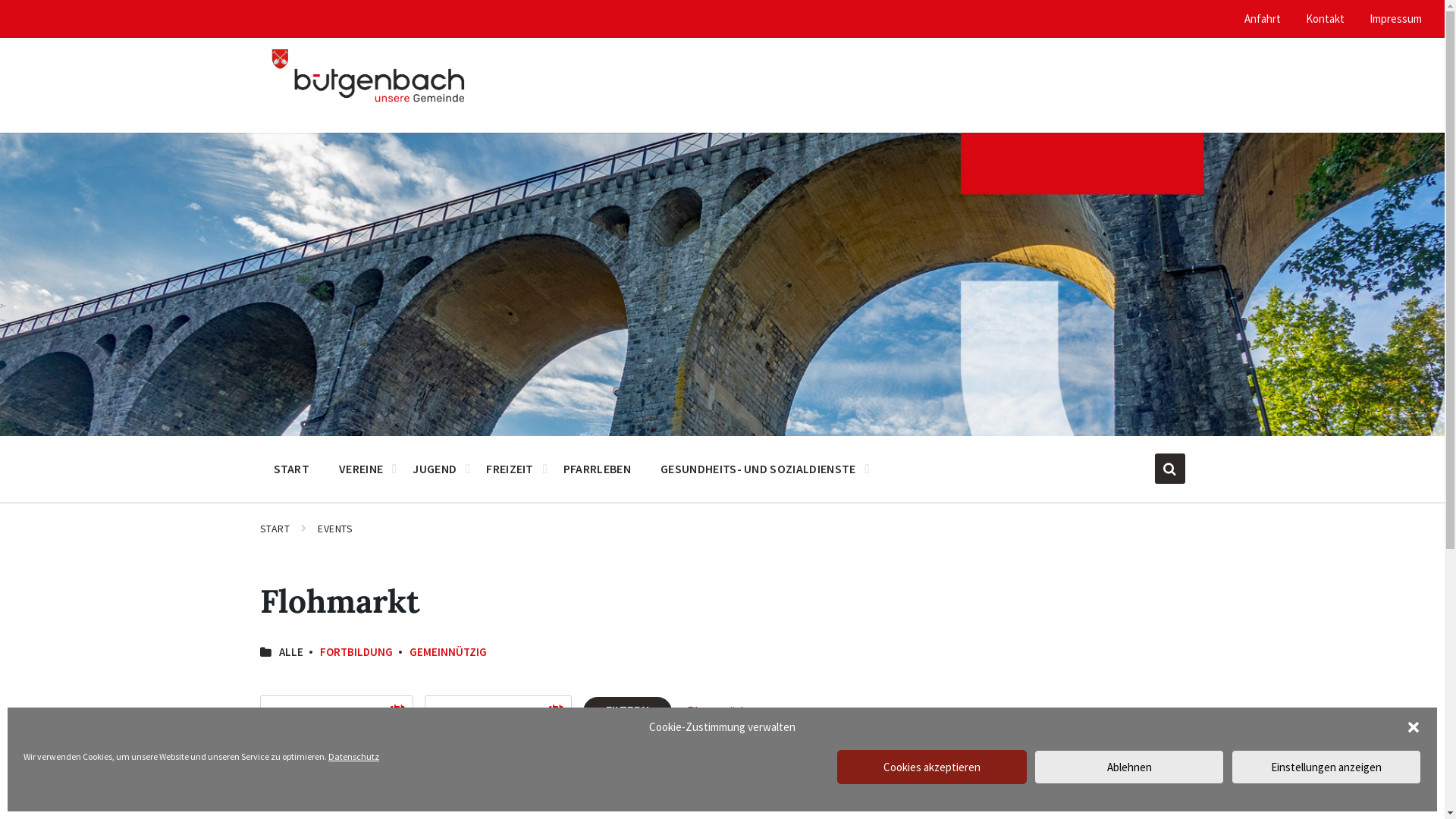 This screenshot has width=1456, height=819. Describe the element at coordinates (291, 467) in the screenshot. I see `'START'` at that location.